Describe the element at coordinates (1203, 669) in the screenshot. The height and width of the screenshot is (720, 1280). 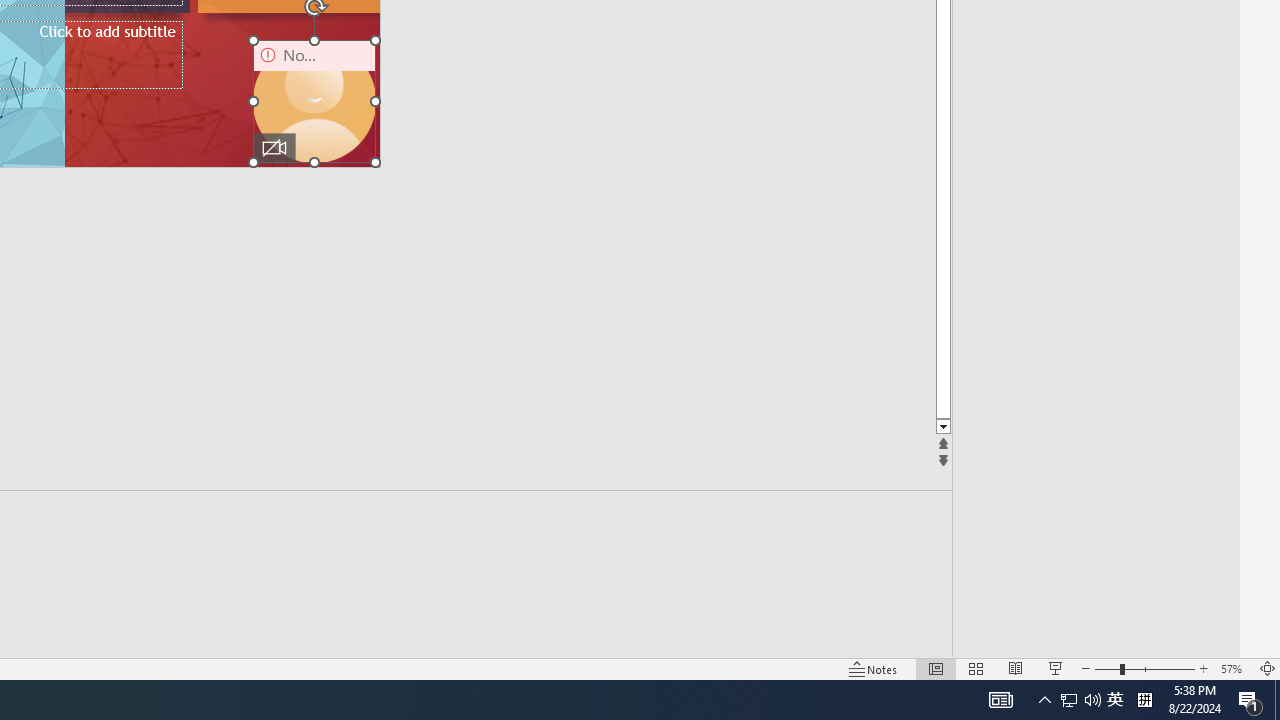
I see `'Zoom In'` at that location.